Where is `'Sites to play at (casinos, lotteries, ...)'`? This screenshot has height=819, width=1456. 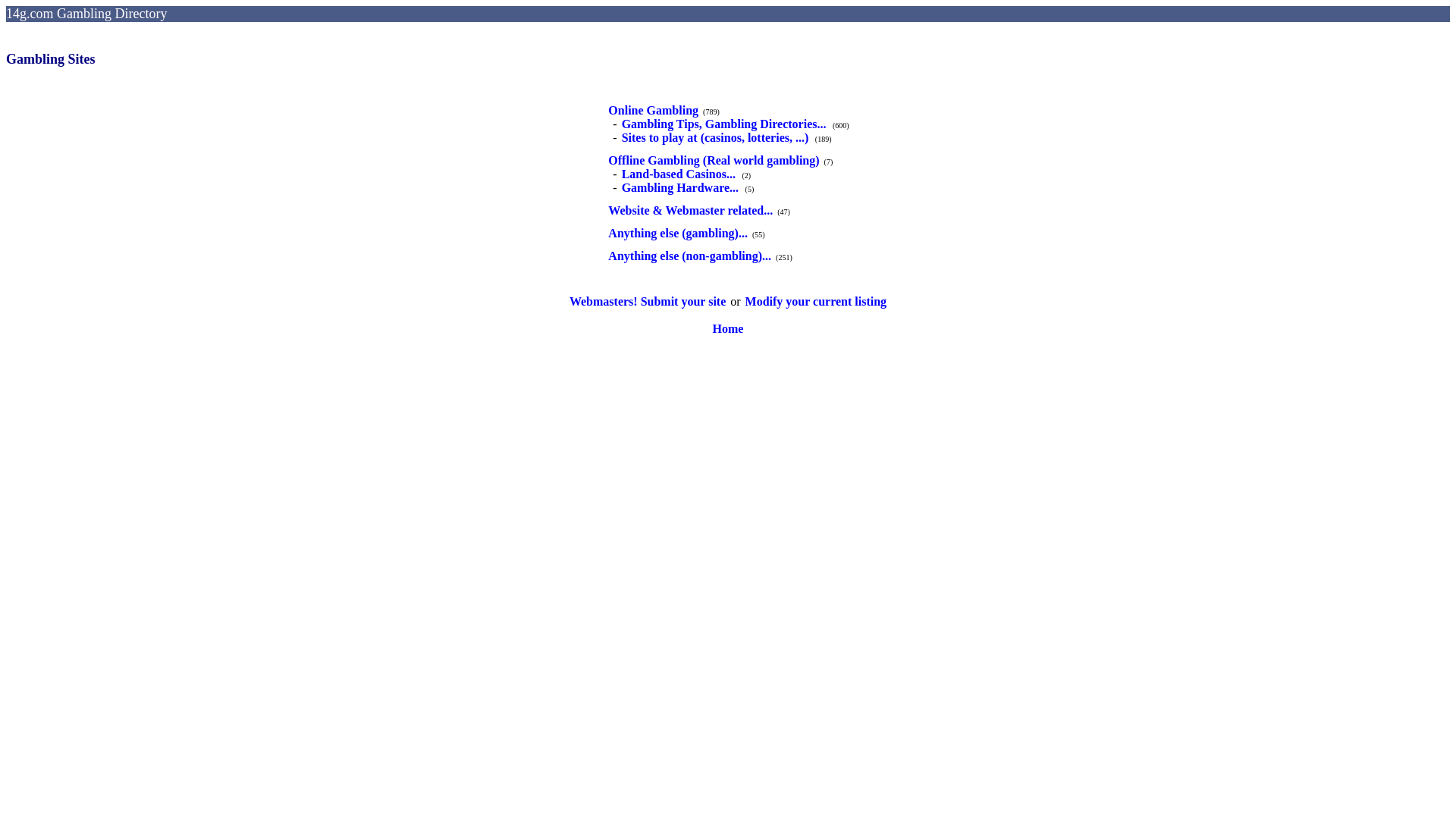 'Sites to play at (casinos, lotteries, ...)' is located at coordinates (714, 137).